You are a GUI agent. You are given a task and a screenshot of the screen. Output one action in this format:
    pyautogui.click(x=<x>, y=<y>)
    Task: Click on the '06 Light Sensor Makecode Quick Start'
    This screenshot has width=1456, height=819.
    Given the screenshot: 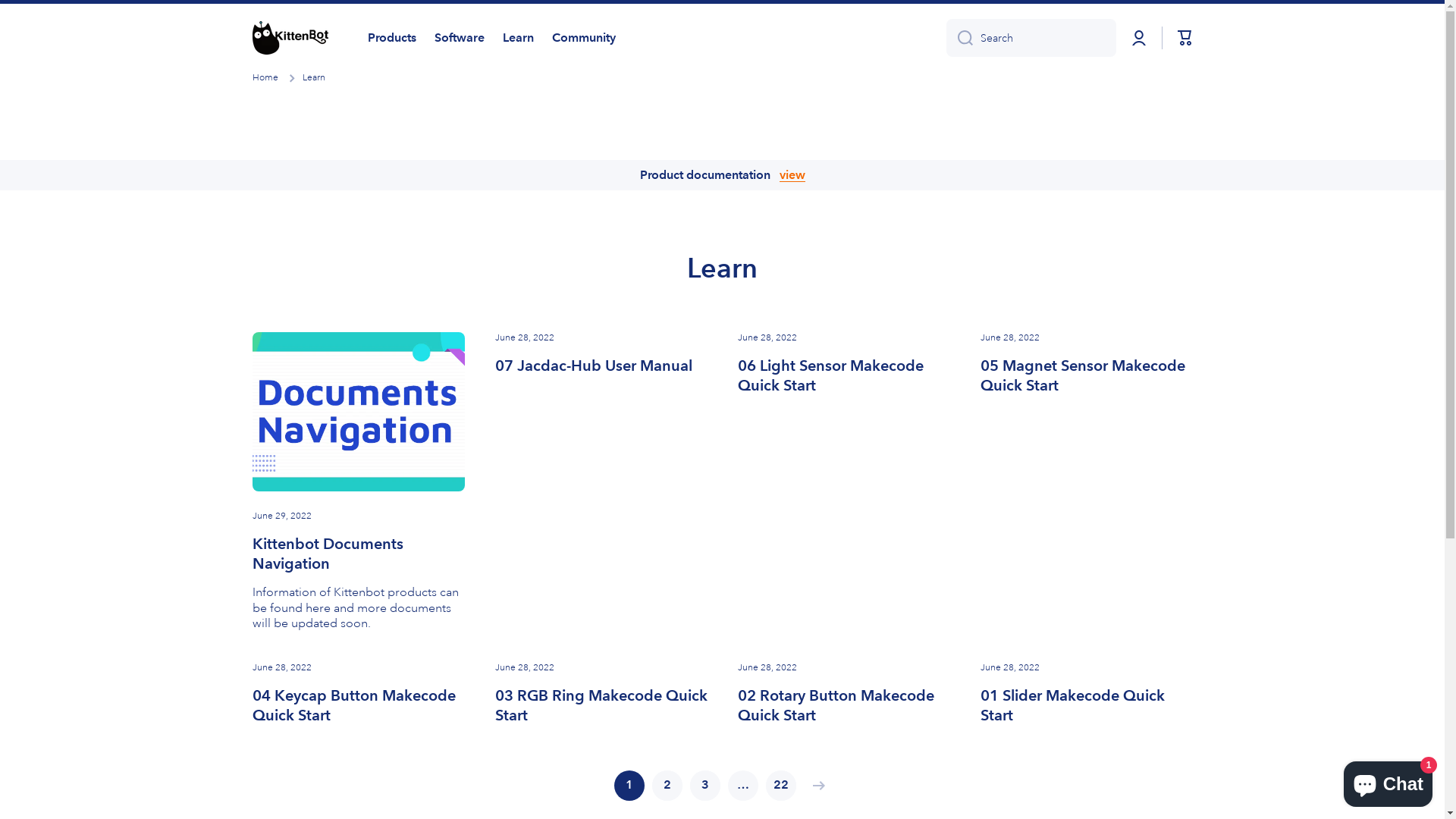 What is the action you would take?
    pyautogui.click(x=843, y=375)
    